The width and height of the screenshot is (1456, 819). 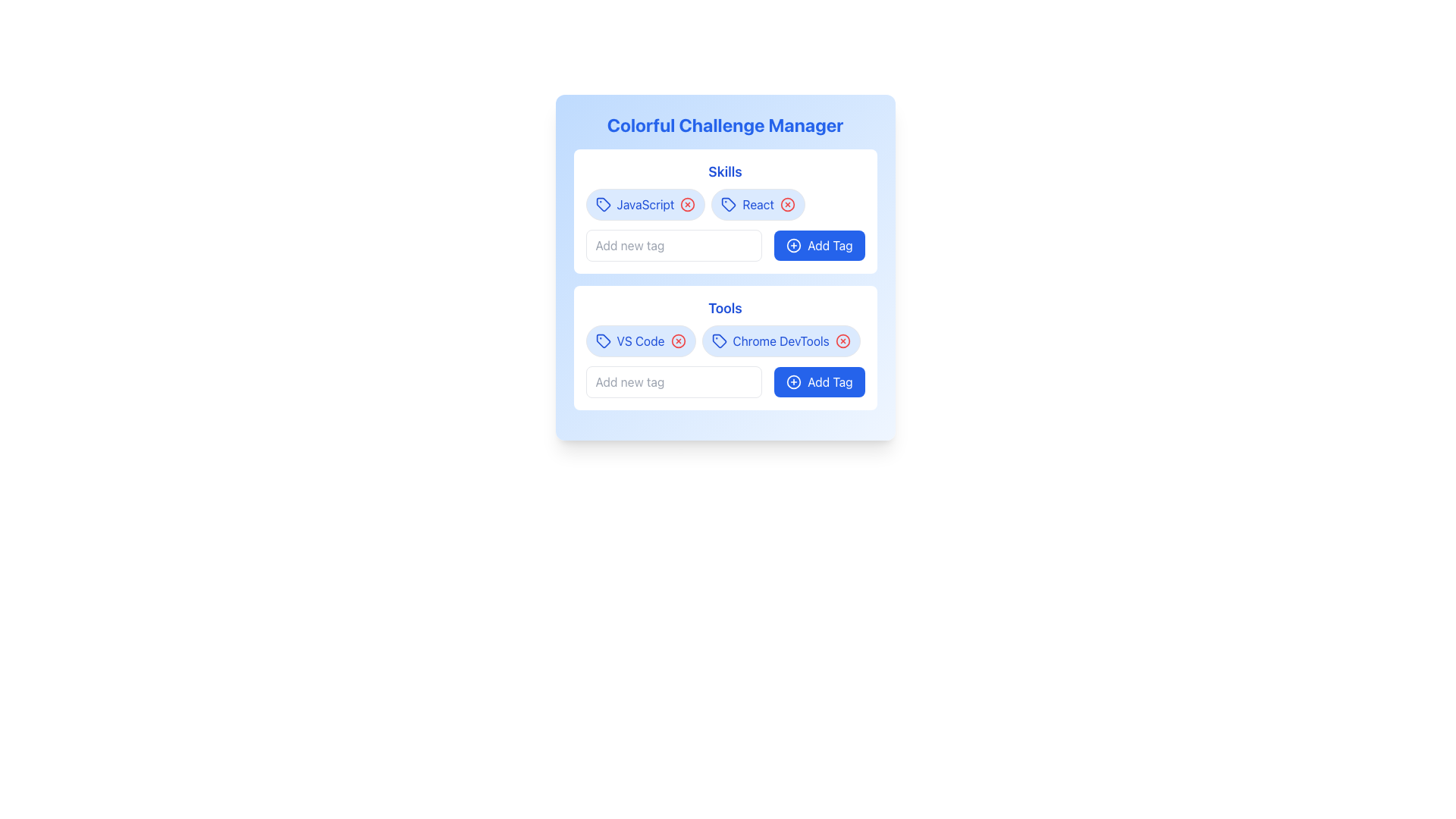 What do you see at coordinates (788, 205) in the screenshot?
I see `the circular graphical icon located to the right of the 'React' label in the 'Skills' section of the interface` at bounding box center [788, 205].